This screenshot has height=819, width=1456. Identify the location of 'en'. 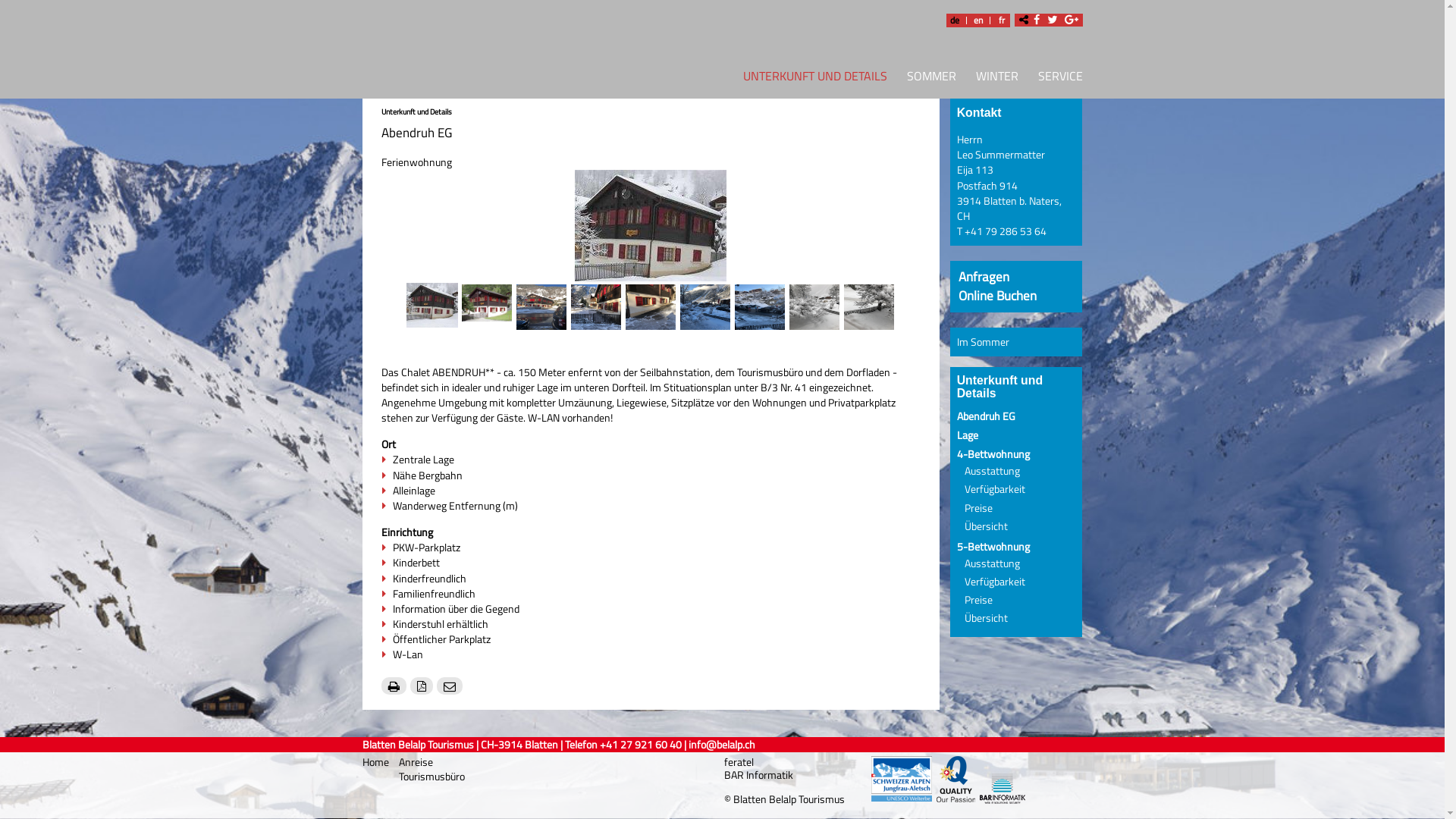
(977, 20).